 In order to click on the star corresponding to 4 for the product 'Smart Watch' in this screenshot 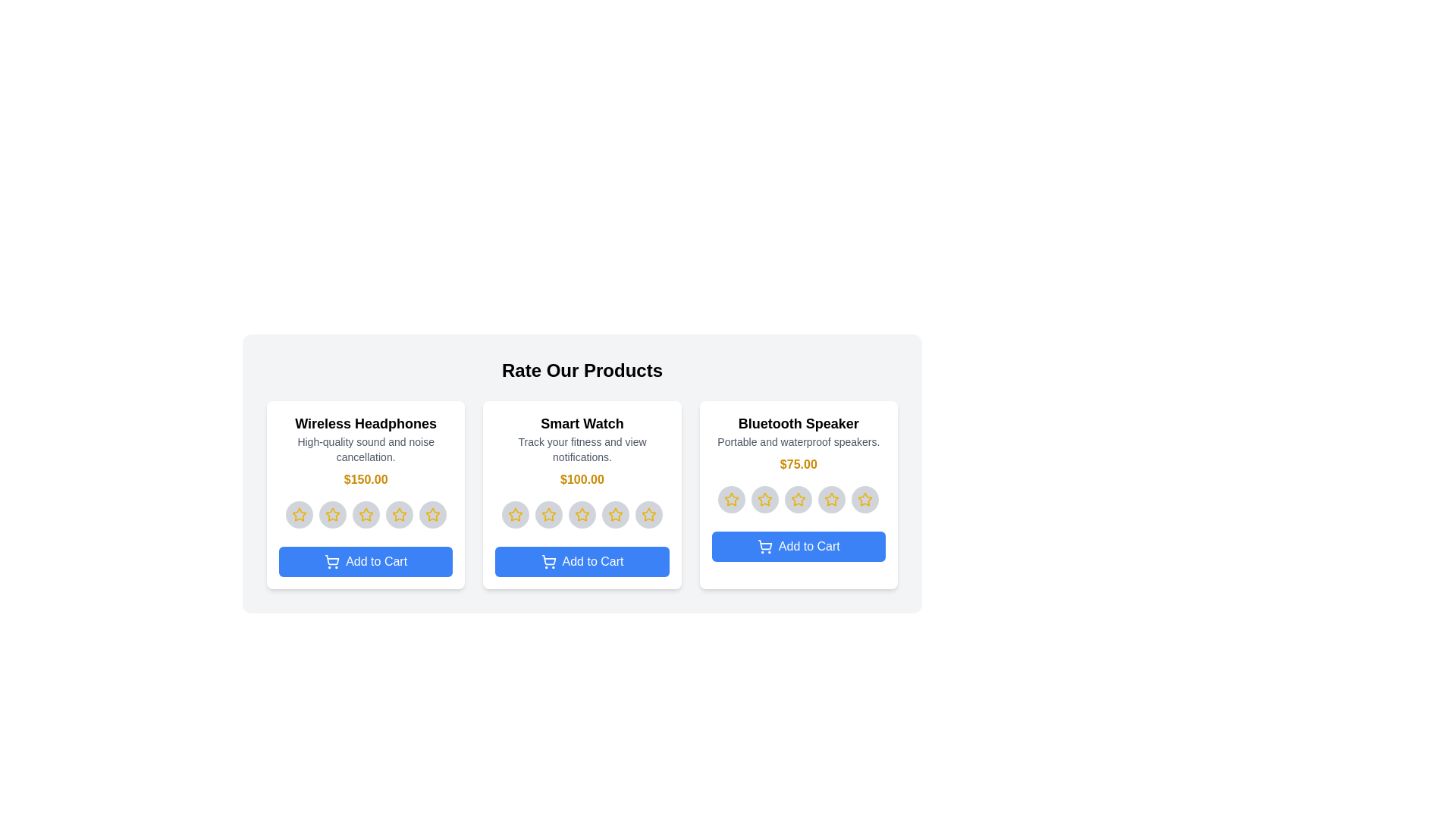, I will do `click(615, 513)`.